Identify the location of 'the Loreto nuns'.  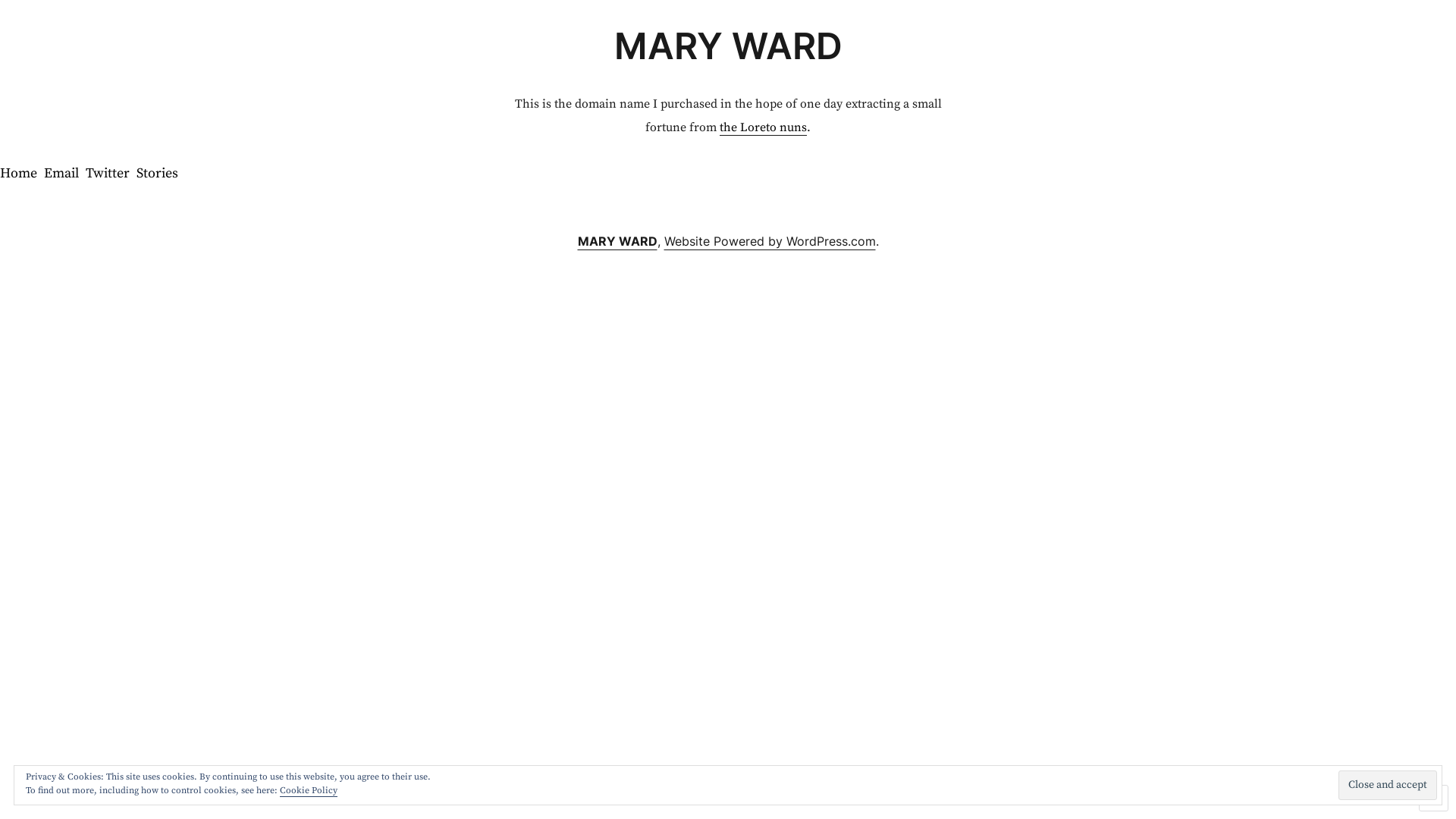
(763, 127).